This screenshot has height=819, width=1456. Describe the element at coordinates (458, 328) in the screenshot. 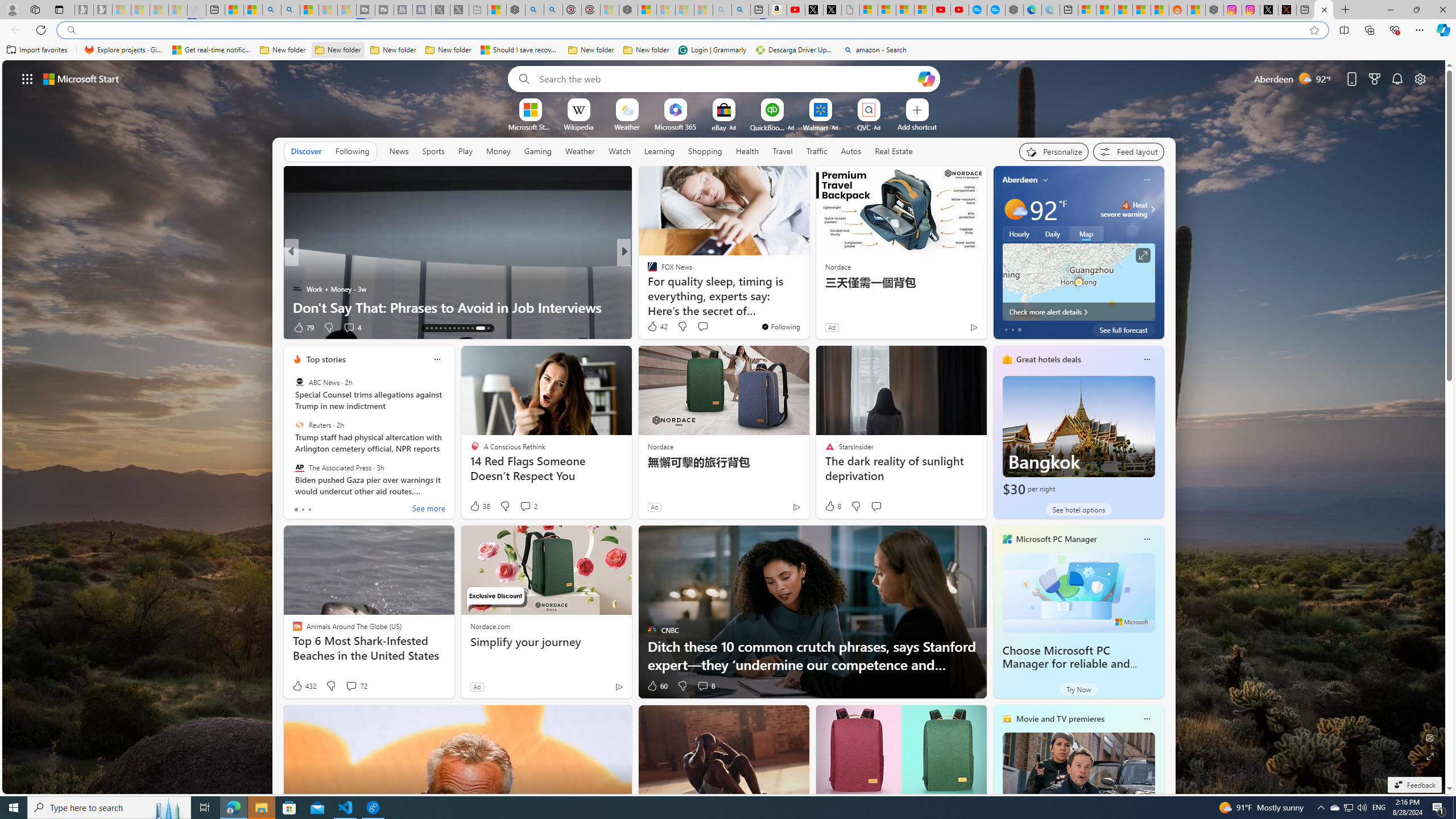

I see `'AutomationID: tab-20'` at that location.